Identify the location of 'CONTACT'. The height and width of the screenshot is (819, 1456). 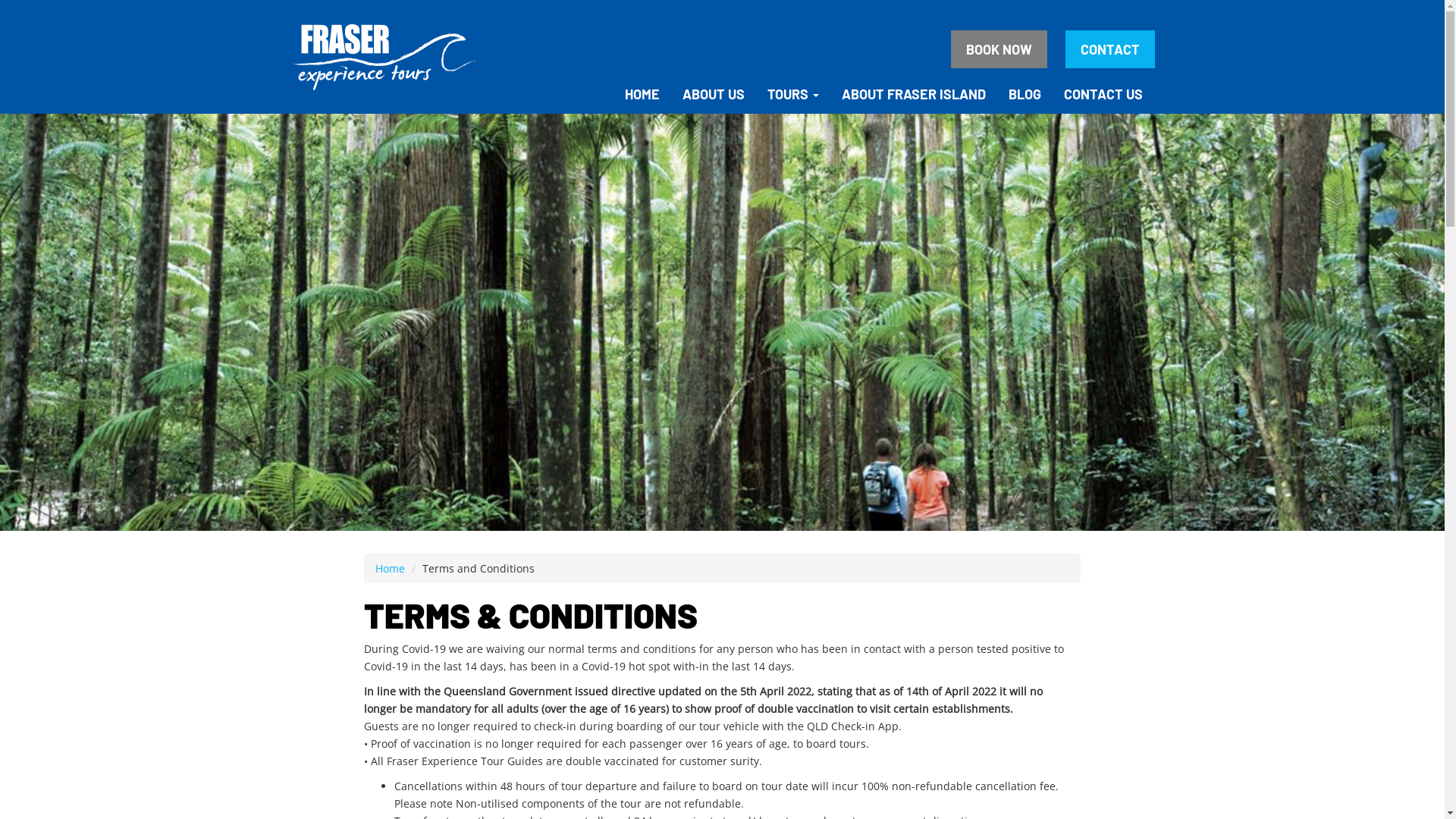
(1109, 49).